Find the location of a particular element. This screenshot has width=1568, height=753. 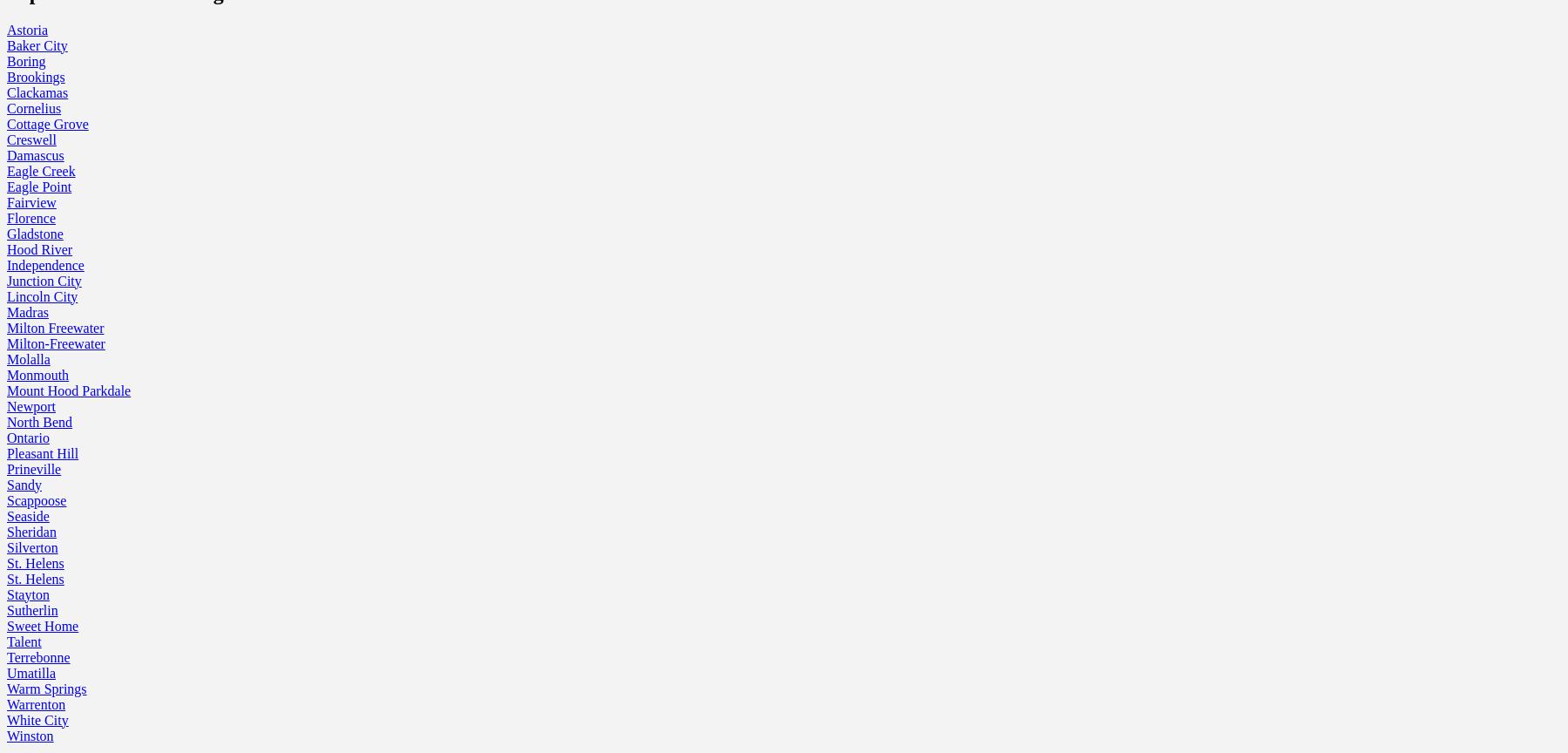

'Mount Hood Parkdale' is located at coordinates (68, 390).